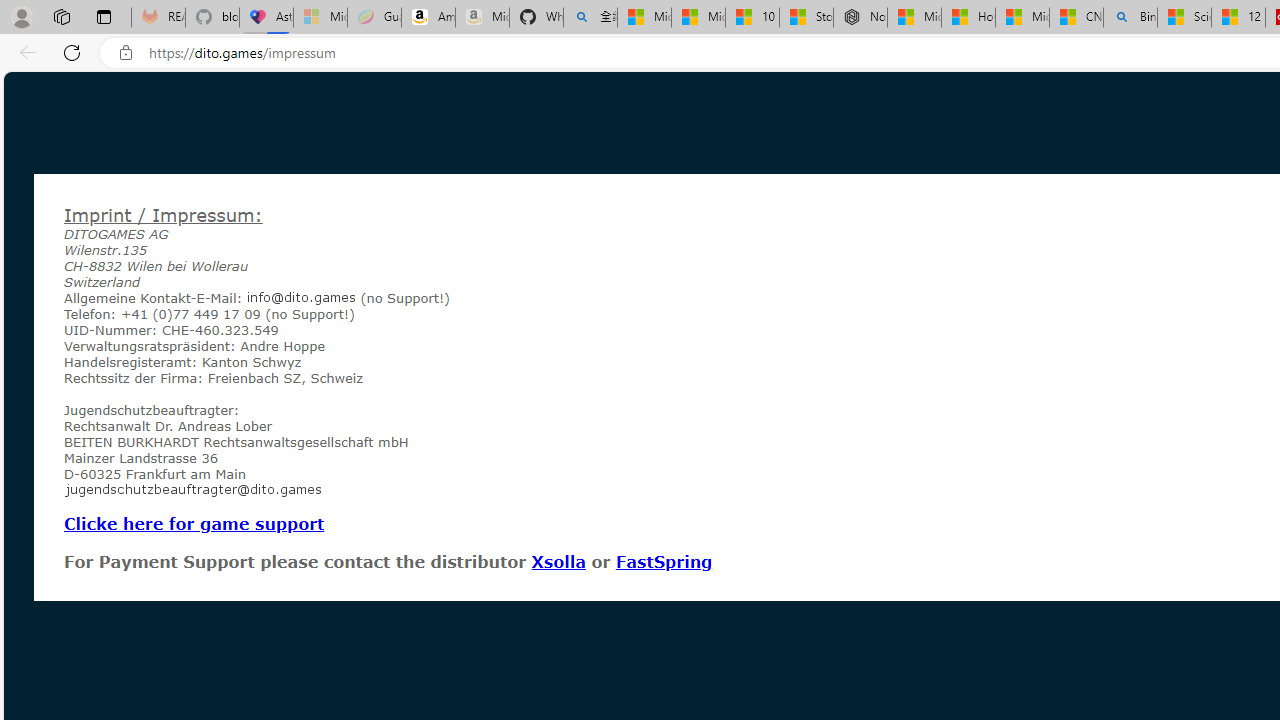 The height and width of the screenshot is (720, 1280). I want to click on 'Science - MSN', so click(1184, 17).